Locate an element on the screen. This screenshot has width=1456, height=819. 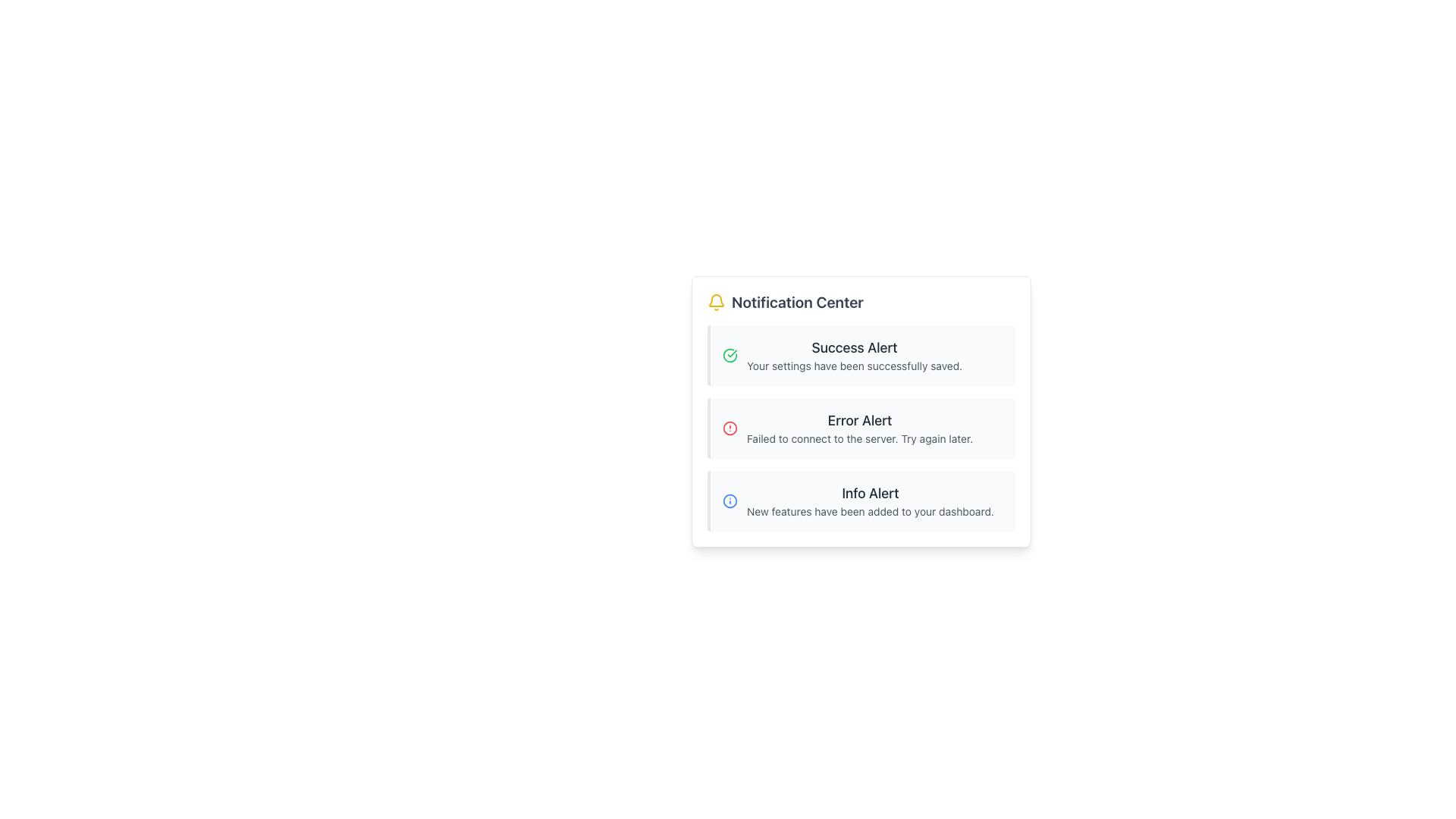
the notification alert indicating server connection failure in the Notification Center is located at coordinates (860, 428).